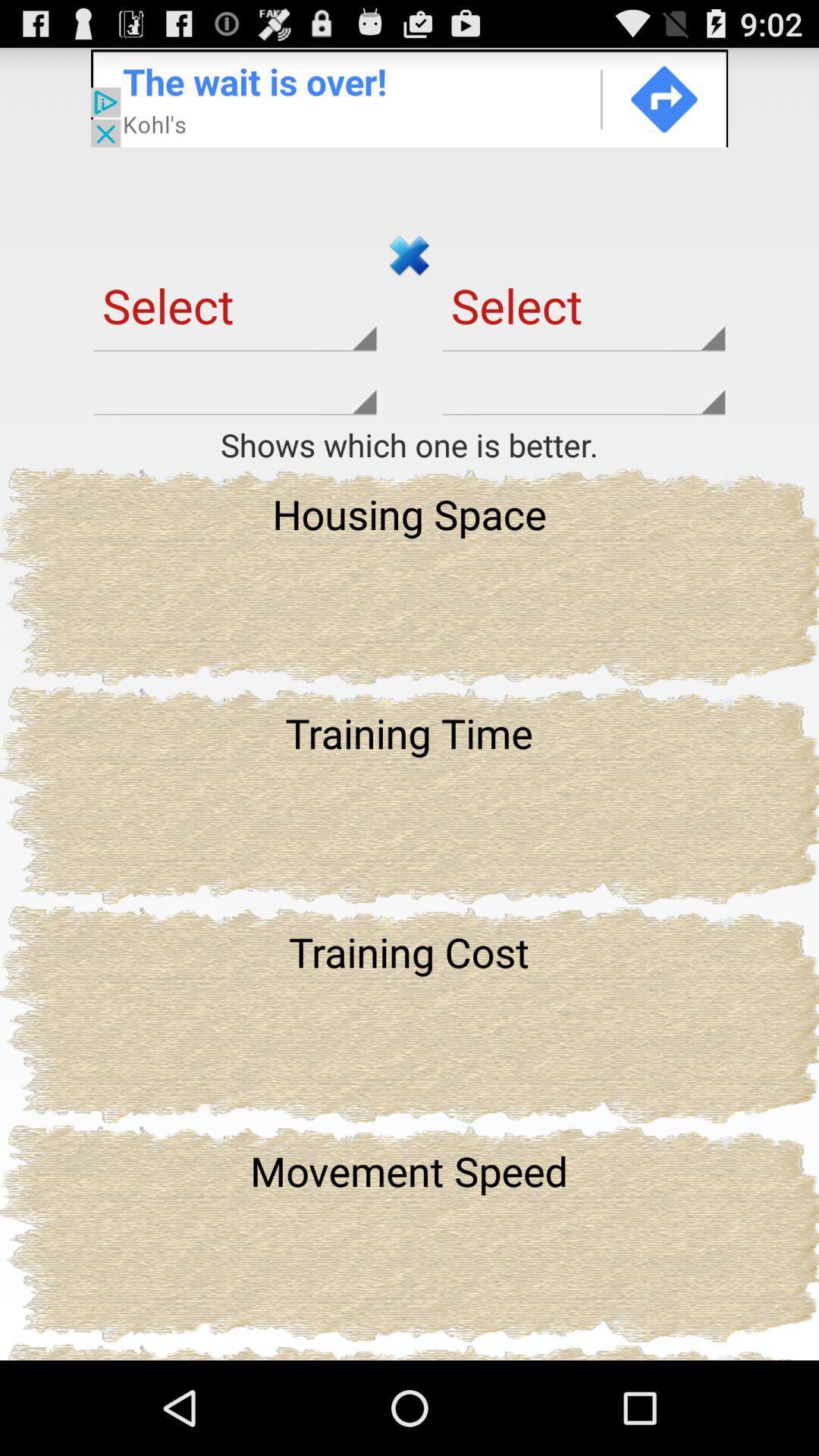 The width and height of the screenshot is (819, 1456). I want to click on google adsense advertisement, so click(409, 96).